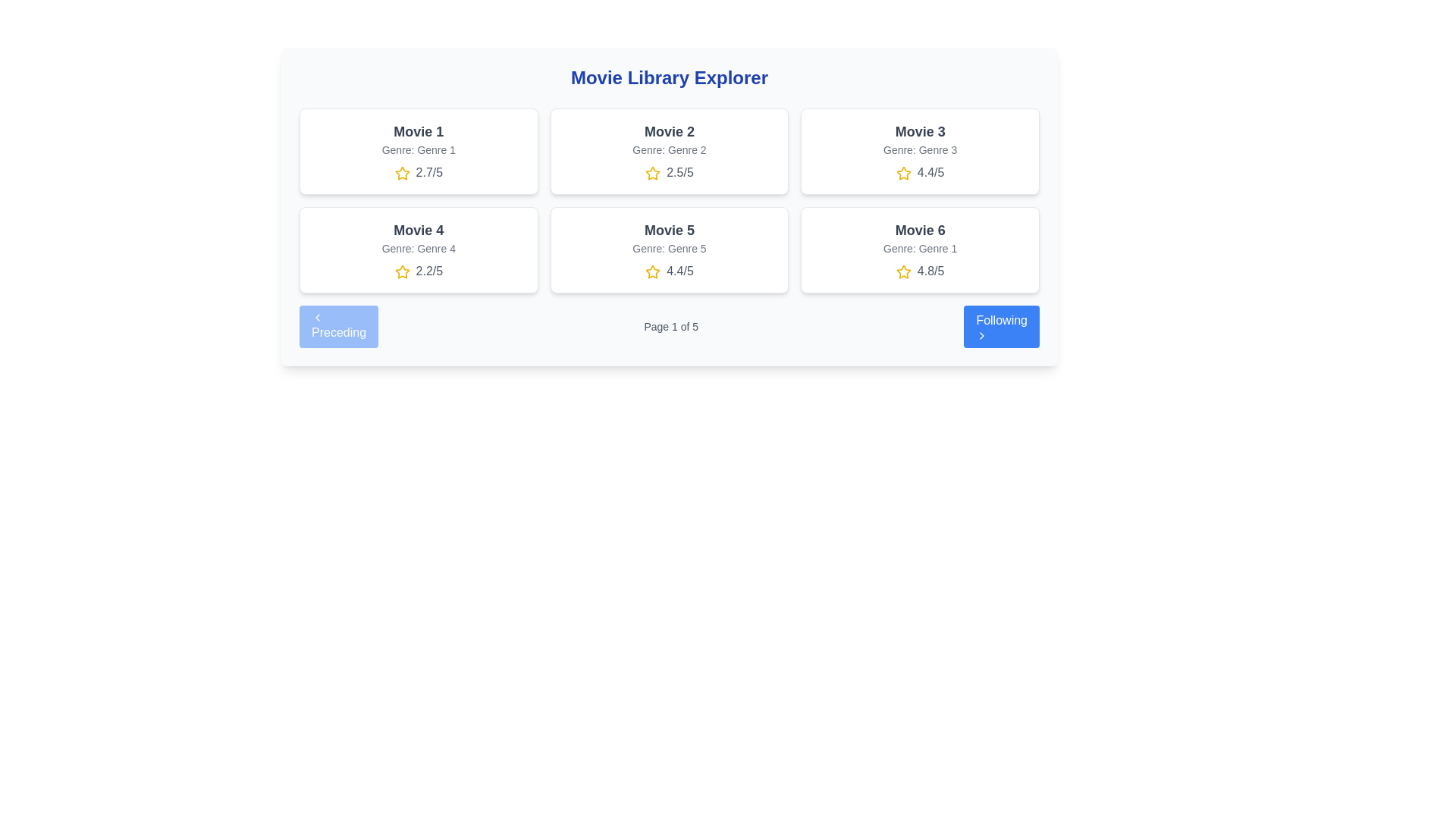  What do you see at coordinates (669, 326) in the screenshot?
I see `the Text indicator displaying the current page number in the pagination interface, which is located between the 'Preceding' and 'Following' navigation buttons` at bounding box center [669, 326].